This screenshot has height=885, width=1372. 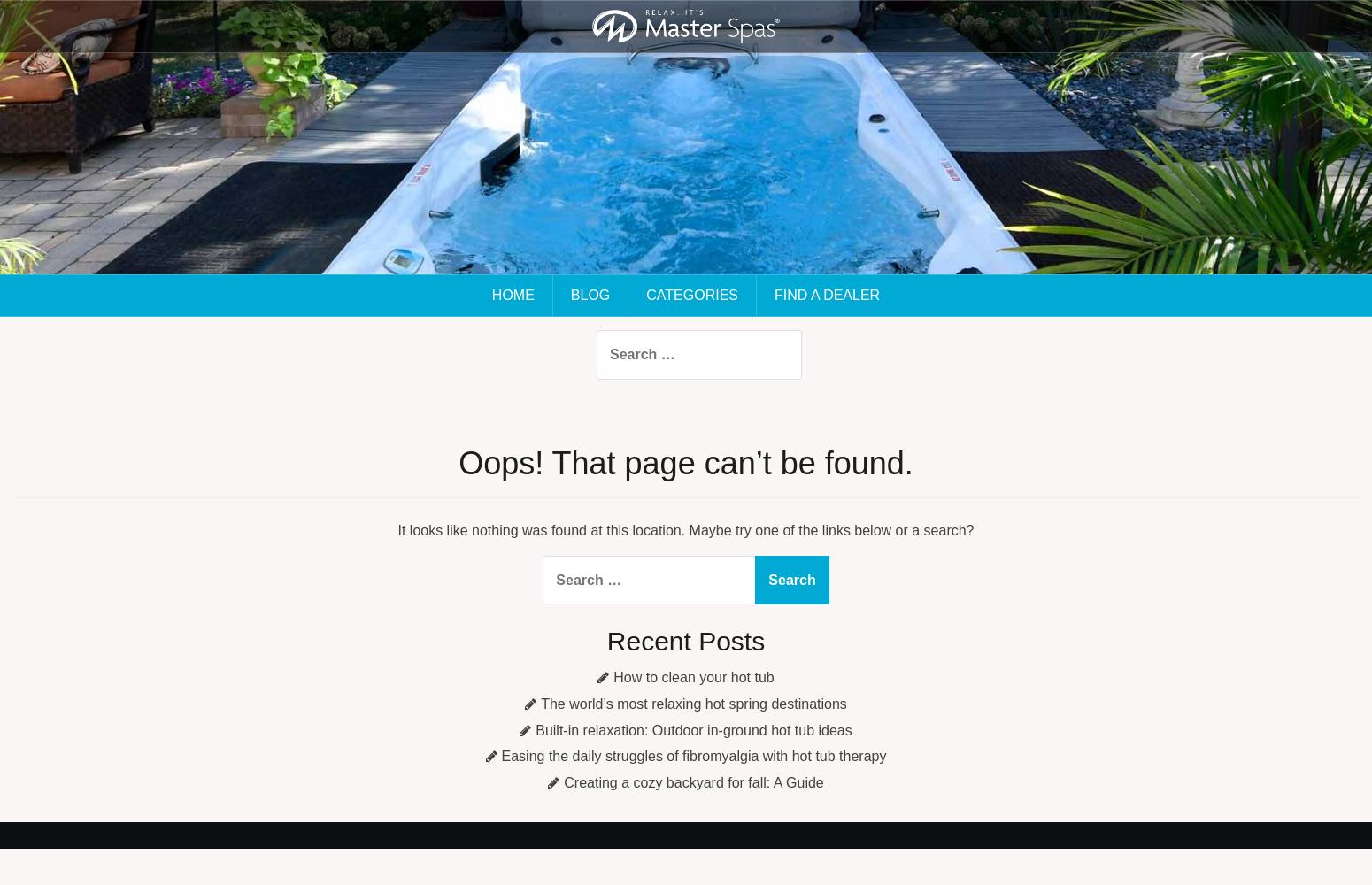 I want to click on 'Home', so click(x=512, y=294).